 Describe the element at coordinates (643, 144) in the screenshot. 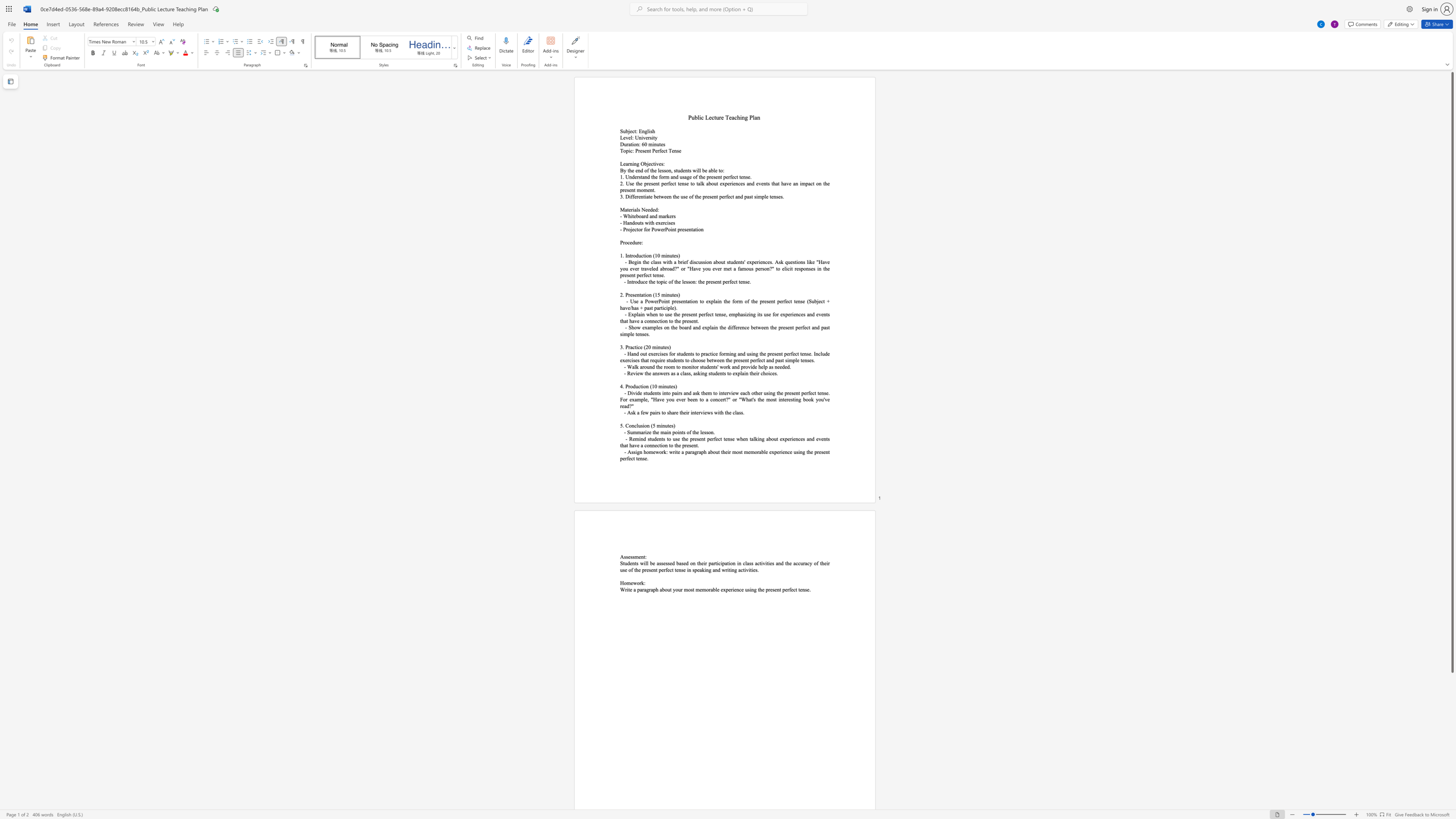

I see `the space between the continuous character "6" and "0" in the text` at that location.